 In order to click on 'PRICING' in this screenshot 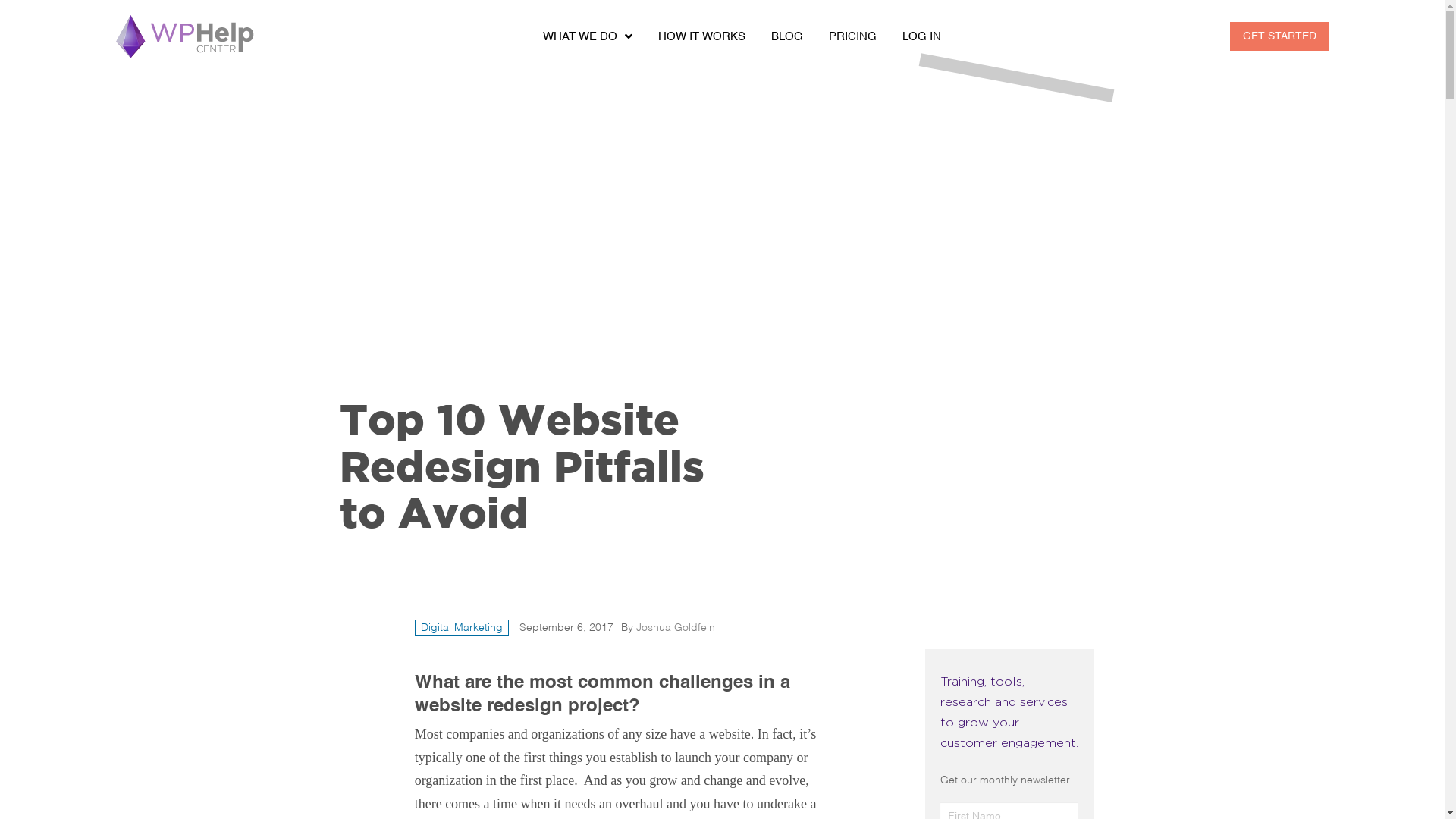, I will do `click(814, 35)`.